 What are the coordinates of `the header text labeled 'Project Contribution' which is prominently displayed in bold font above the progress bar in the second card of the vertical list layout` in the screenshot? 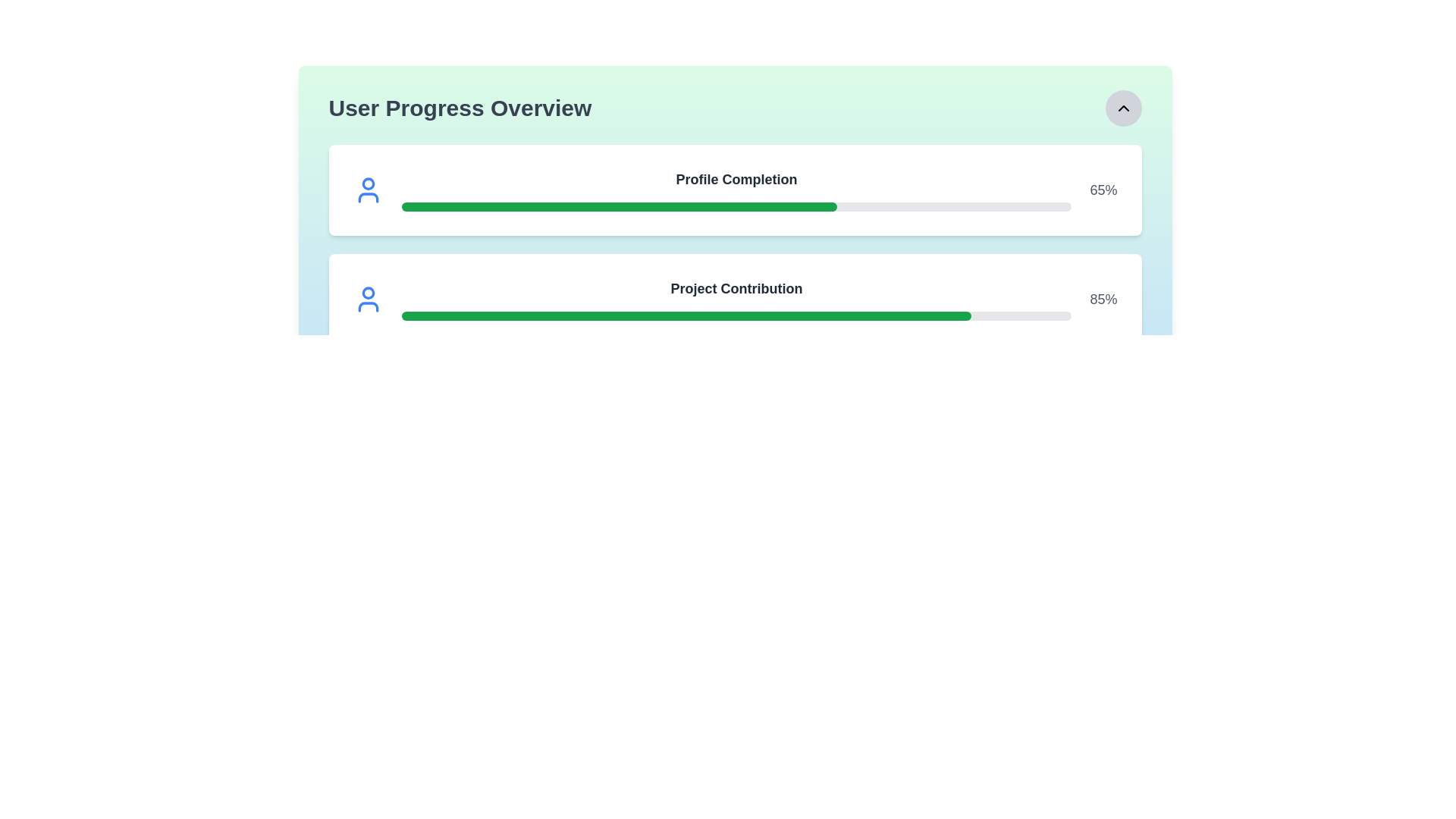 It's located at (736, 299).